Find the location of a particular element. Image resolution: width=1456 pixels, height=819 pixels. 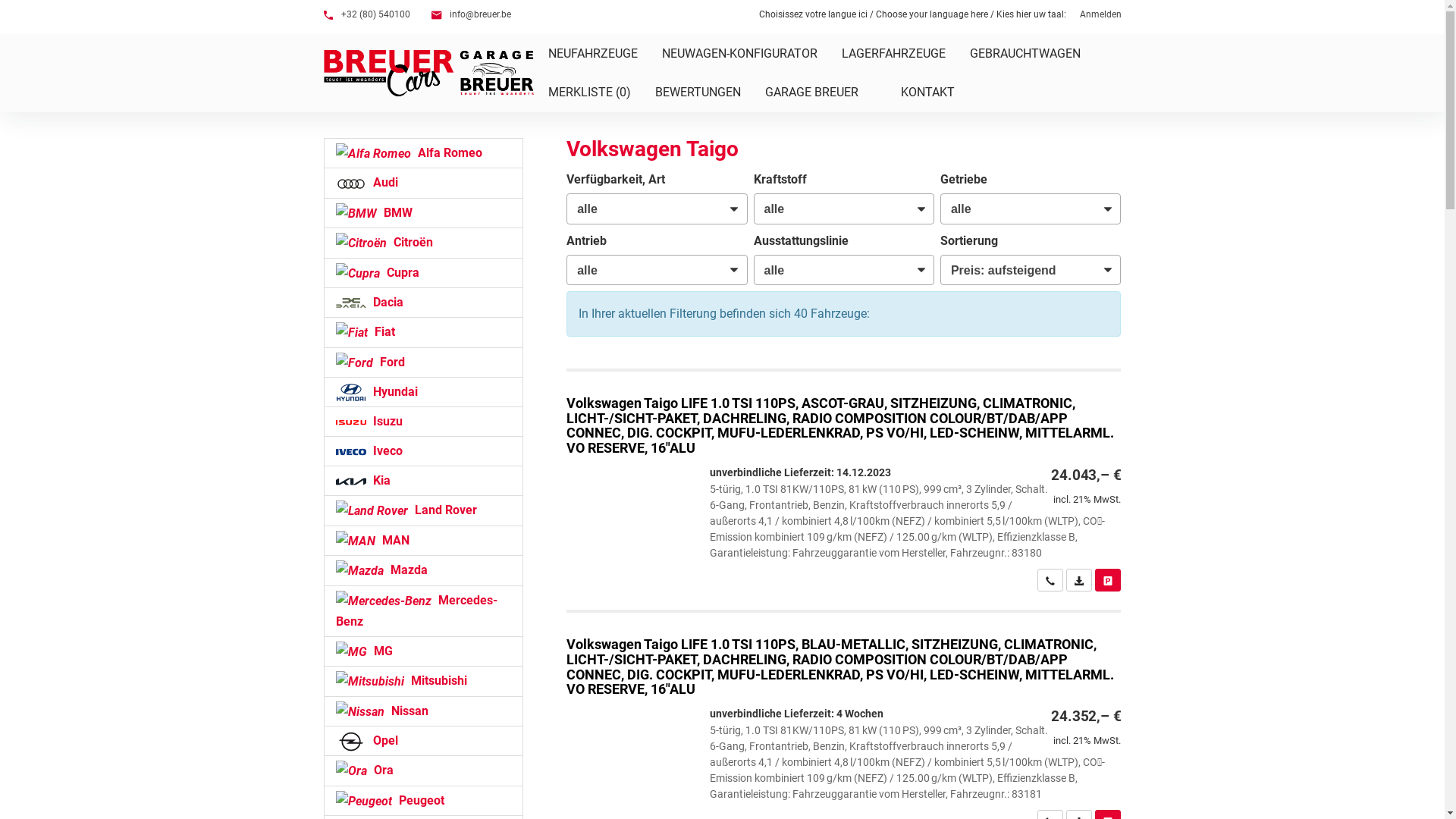

'GEBRAUCHTWAGEN' is located at coordinates (1024, 52).